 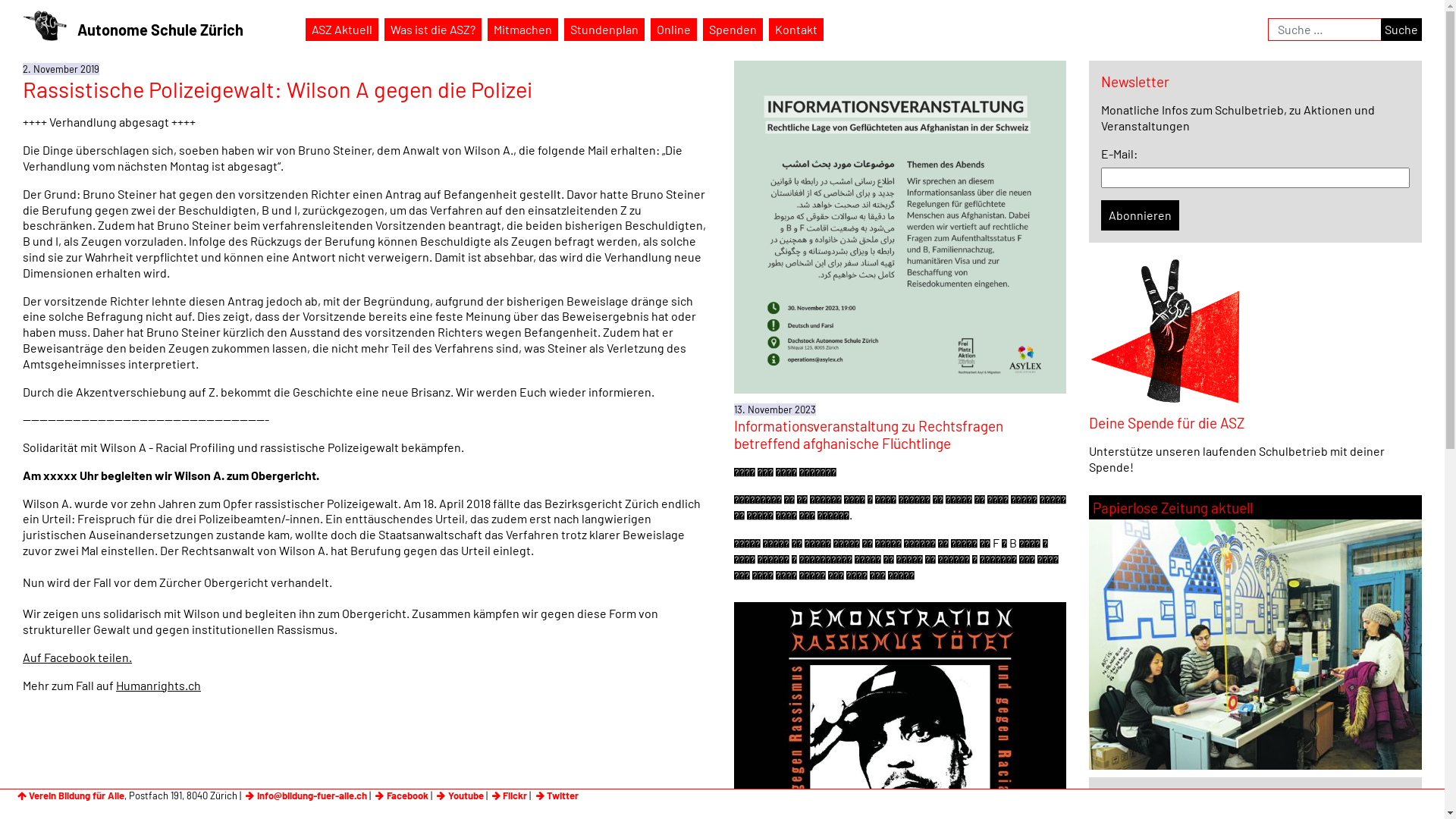 I want to click on 'Kontakt', so click(x=768, y=29).